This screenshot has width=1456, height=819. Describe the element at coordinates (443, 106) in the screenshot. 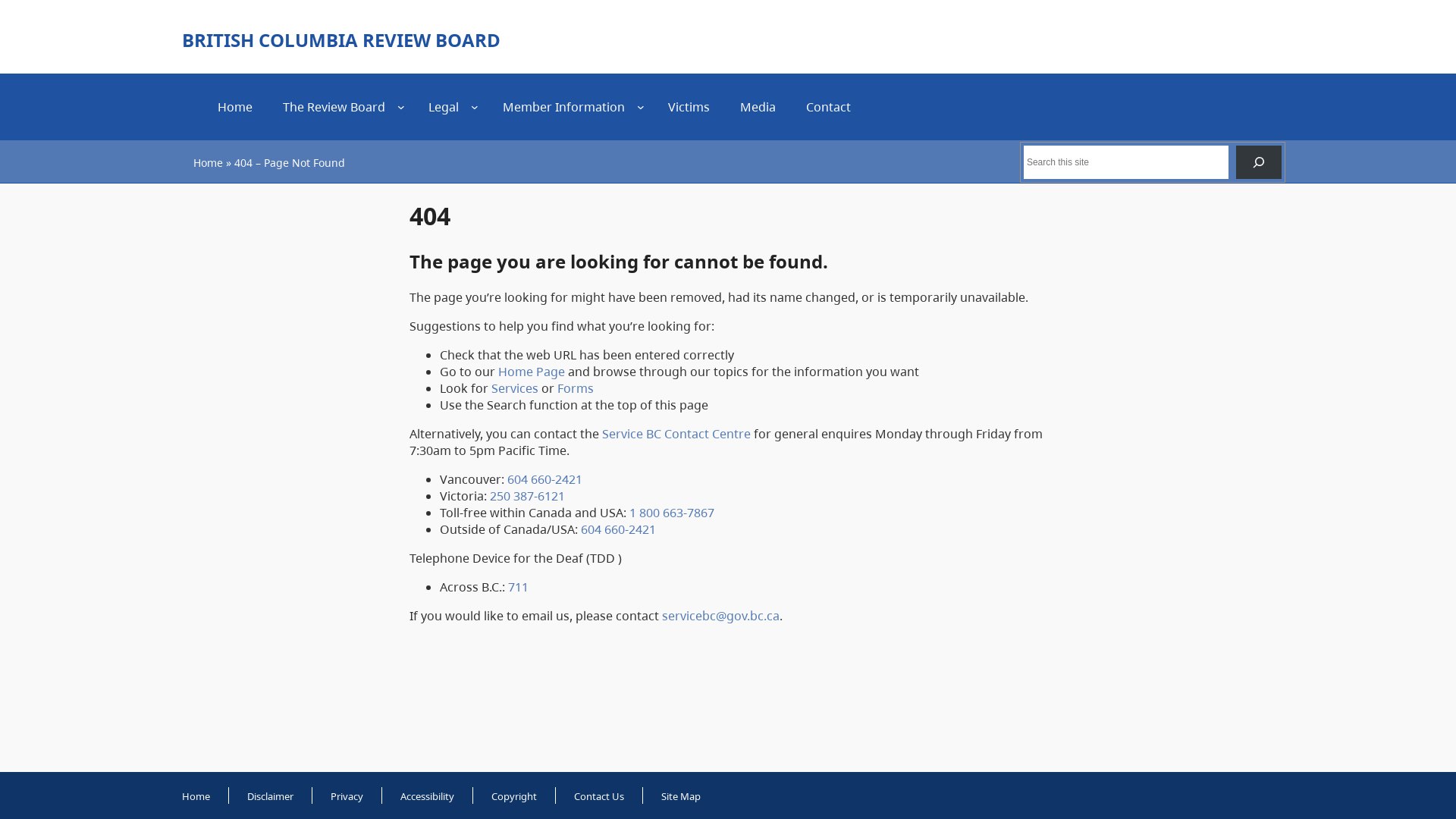

I see `'Legal'` at that location.